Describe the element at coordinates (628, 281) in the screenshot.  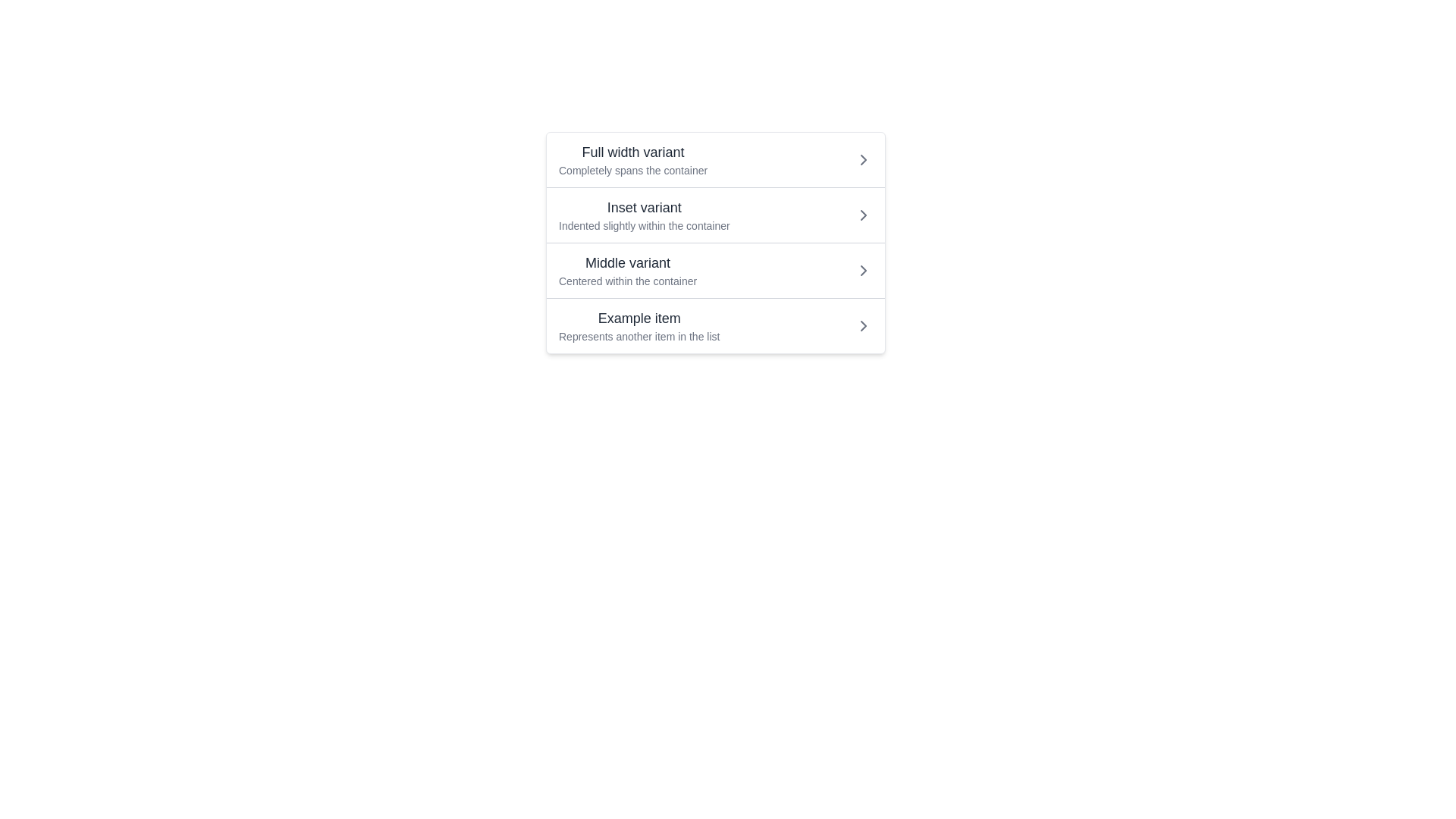
I see `descriptive text label located directly beneath the 'Middle variant' title in the vertical list component, which is the second row of text within the third item` at that location.